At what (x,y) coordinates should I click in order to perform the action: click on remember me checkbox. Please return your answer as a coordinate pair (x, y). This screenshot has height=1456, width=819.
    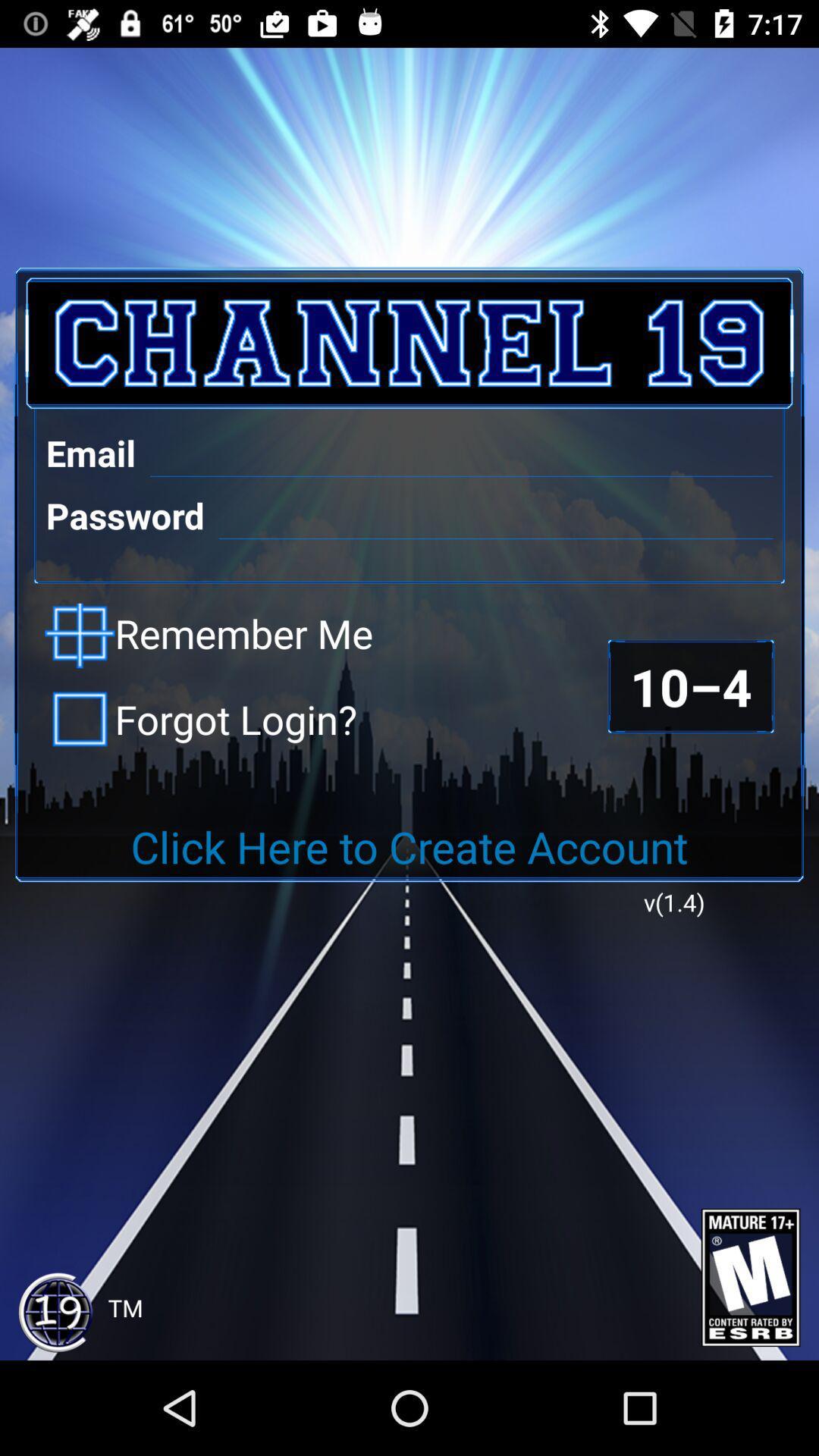
    Looking at the image, I should click on (209, 635).